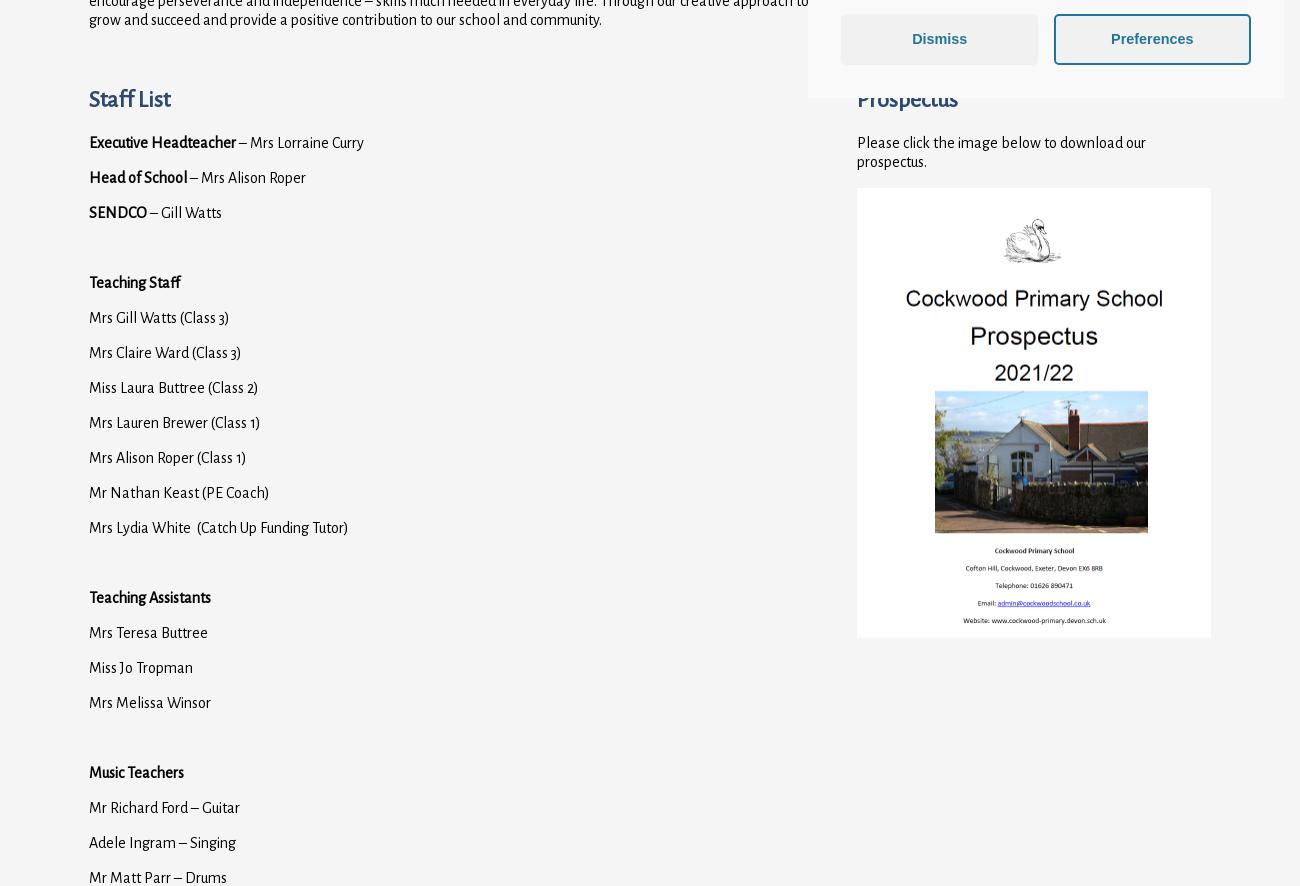  Describe the element at coordinates (179, 491) in the screenshot. I see `'Mr Nathan Keast (PE Coach)'` at that location.